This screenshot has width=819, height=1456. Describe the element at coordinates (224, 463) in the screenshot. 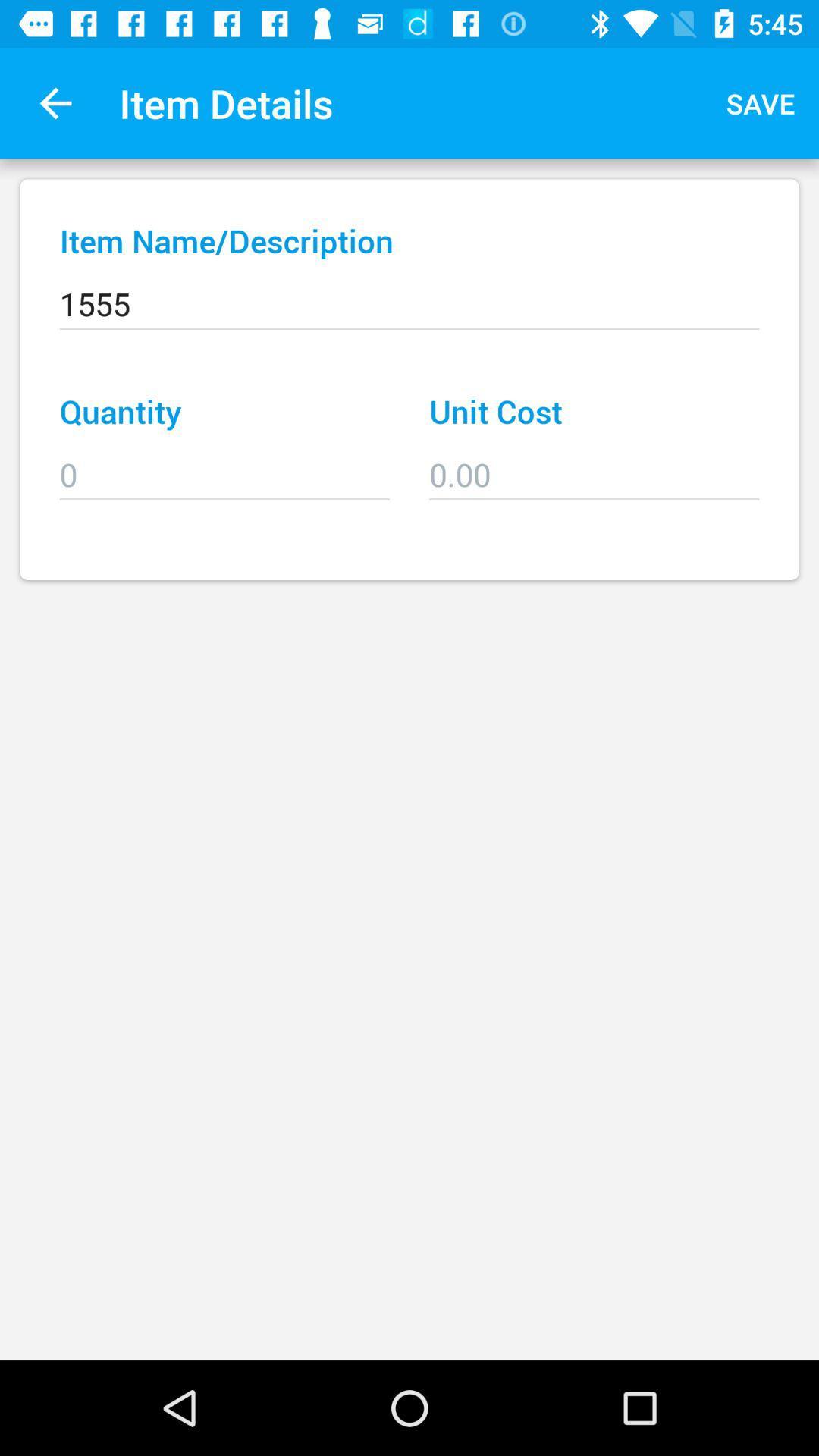

I see `the item below quantity item` at that location.